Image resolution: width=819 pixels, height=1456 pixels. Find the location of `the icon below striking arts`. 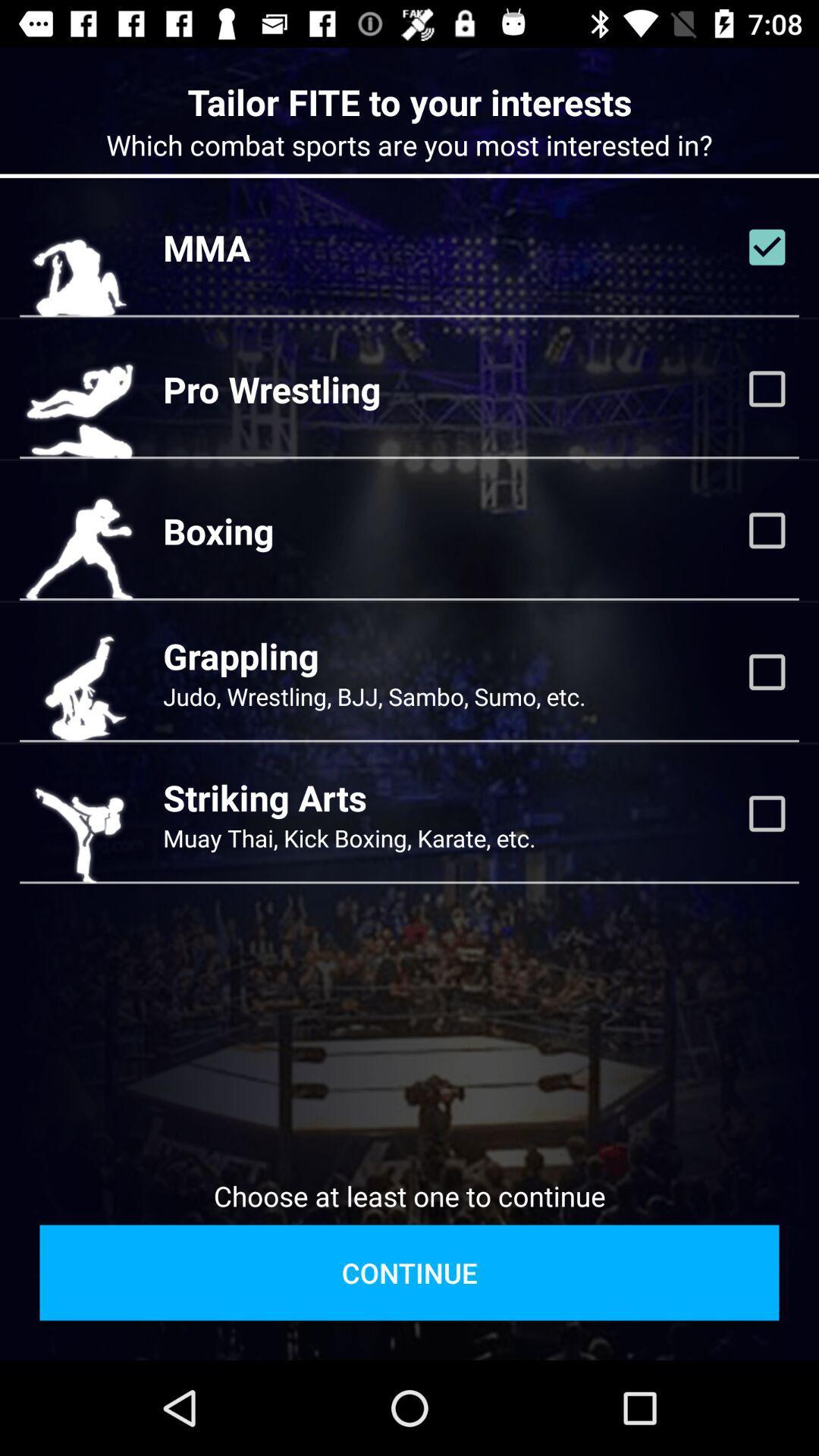

the icon below striking arts is located at coordinates (349, 837).